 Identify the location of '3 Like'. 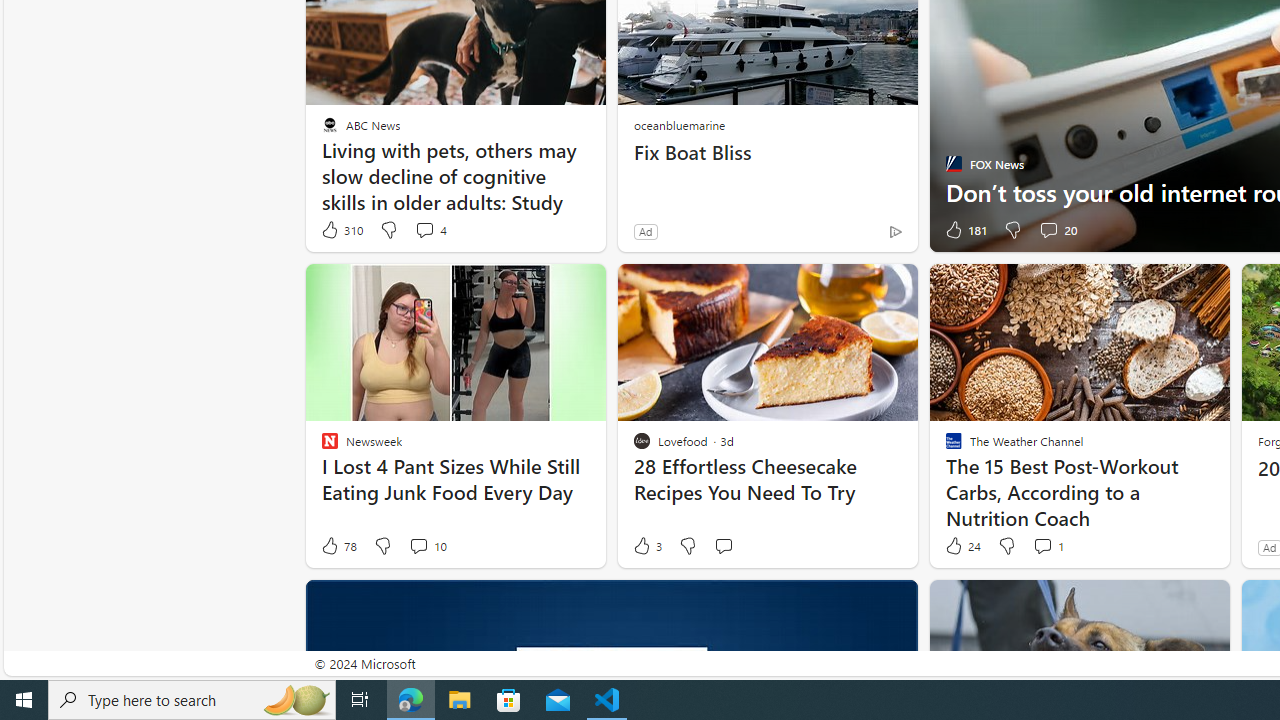
(646, 546).